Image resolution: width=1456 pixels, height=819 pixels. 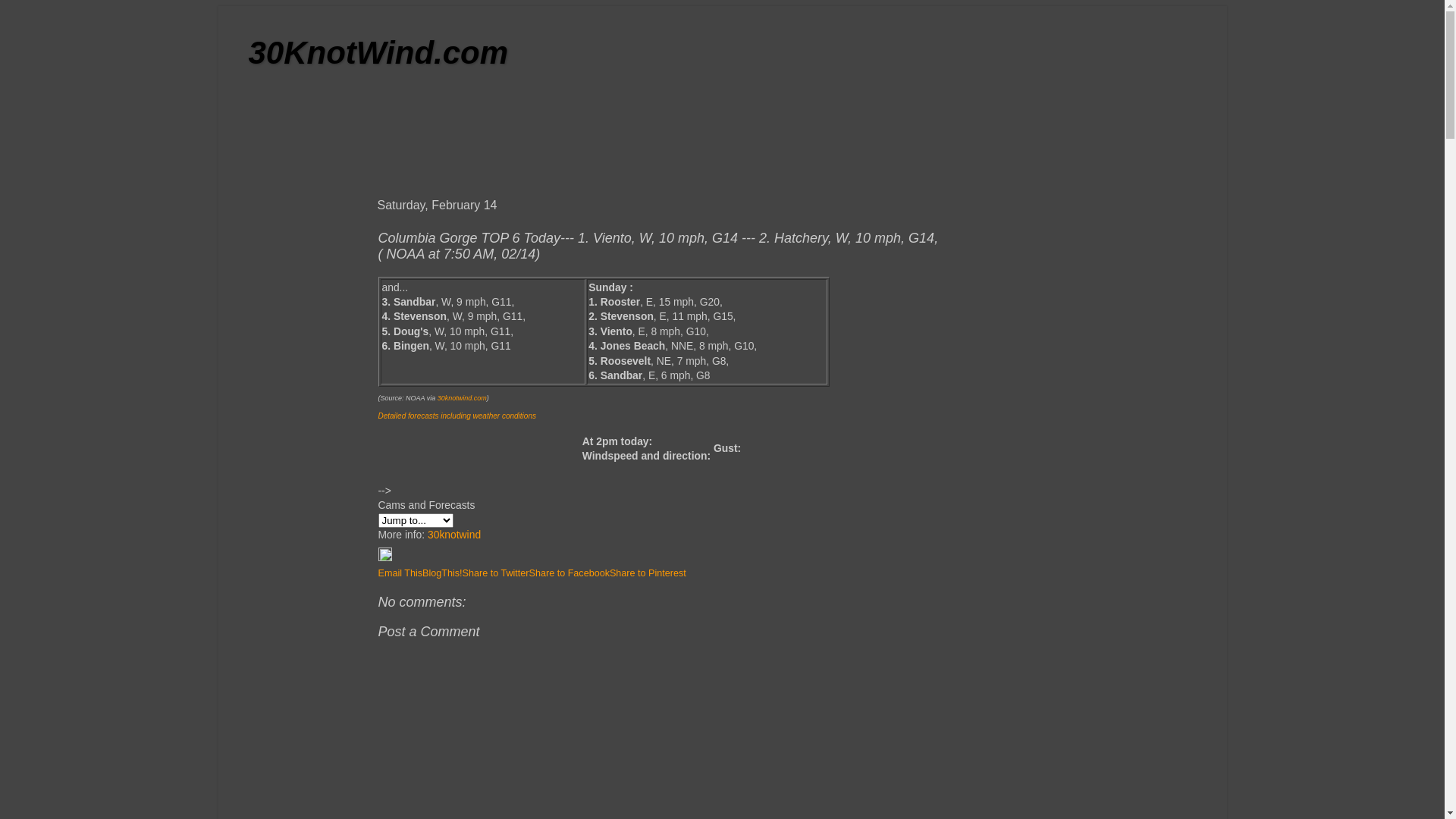 What do you see at coordinates (400, 573) in the screenshot?
I see `'Email This'` at bounding box center [400, 573].